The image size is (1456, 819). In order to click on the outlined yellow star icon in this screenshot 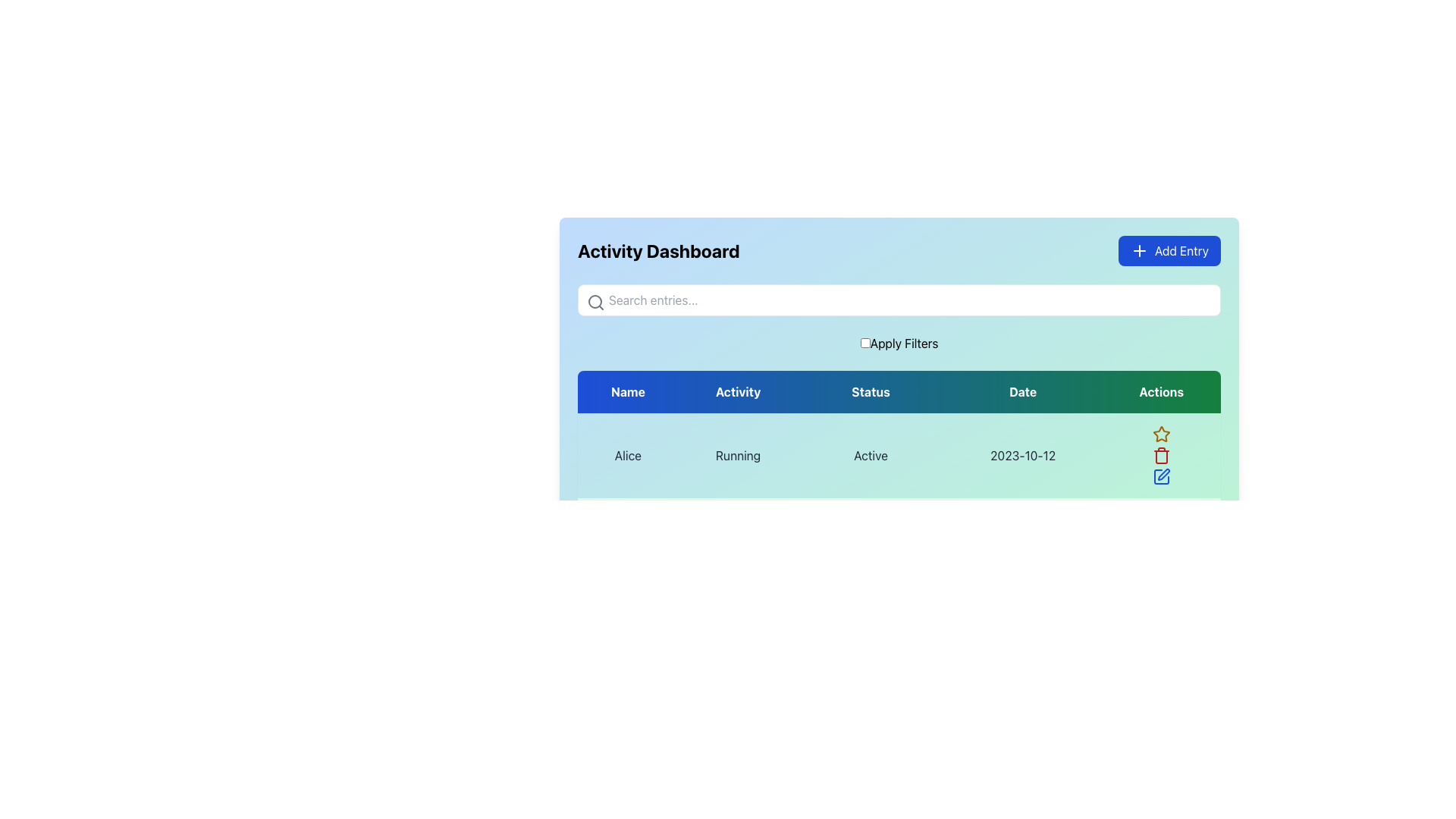, I will do `click(1160, 435)`.